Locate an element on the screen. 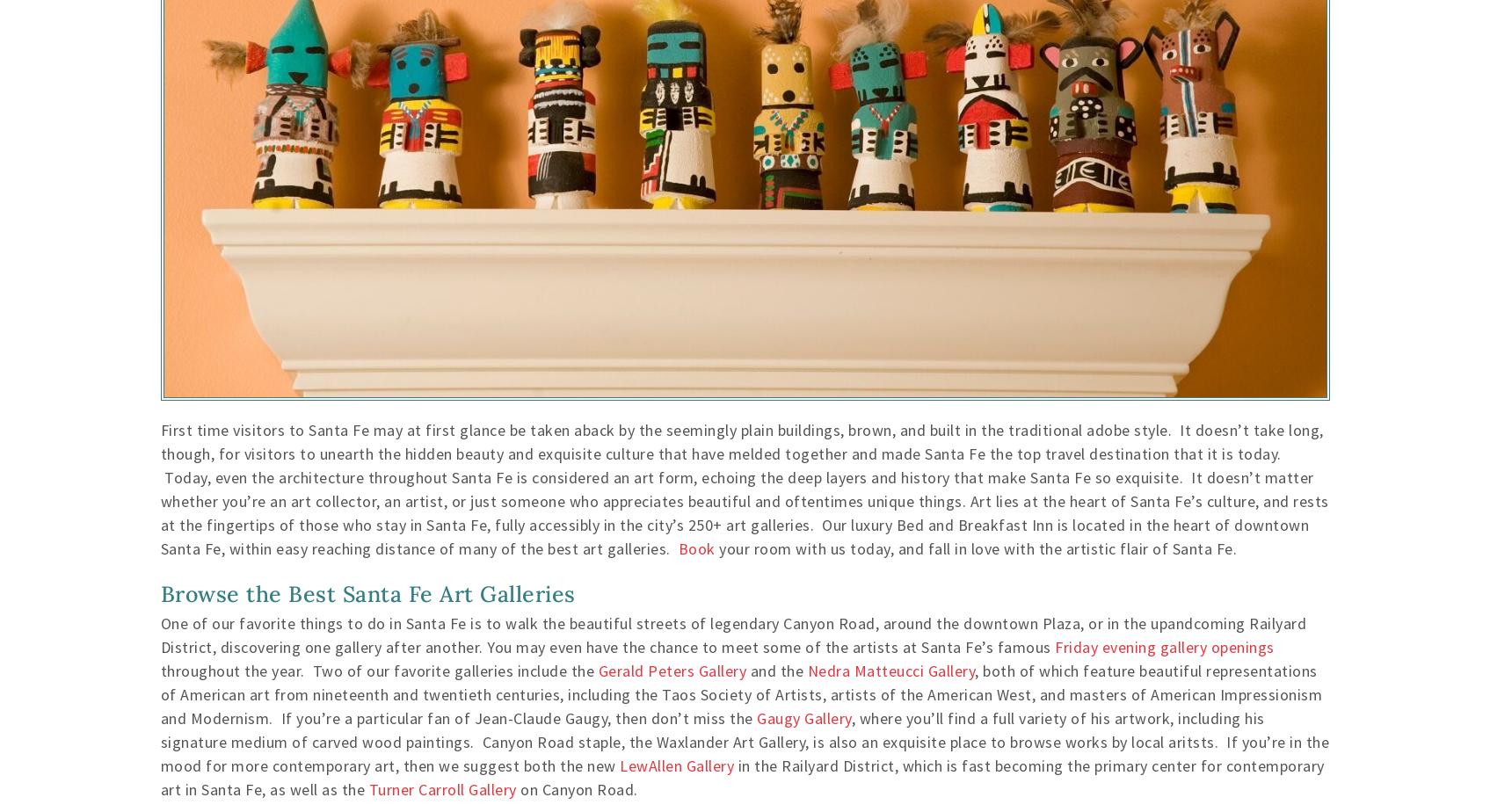 The width and height of the screenshot is (1490, 812). 'Gerald Peters Gallery' is located at coordinates (671, 670).